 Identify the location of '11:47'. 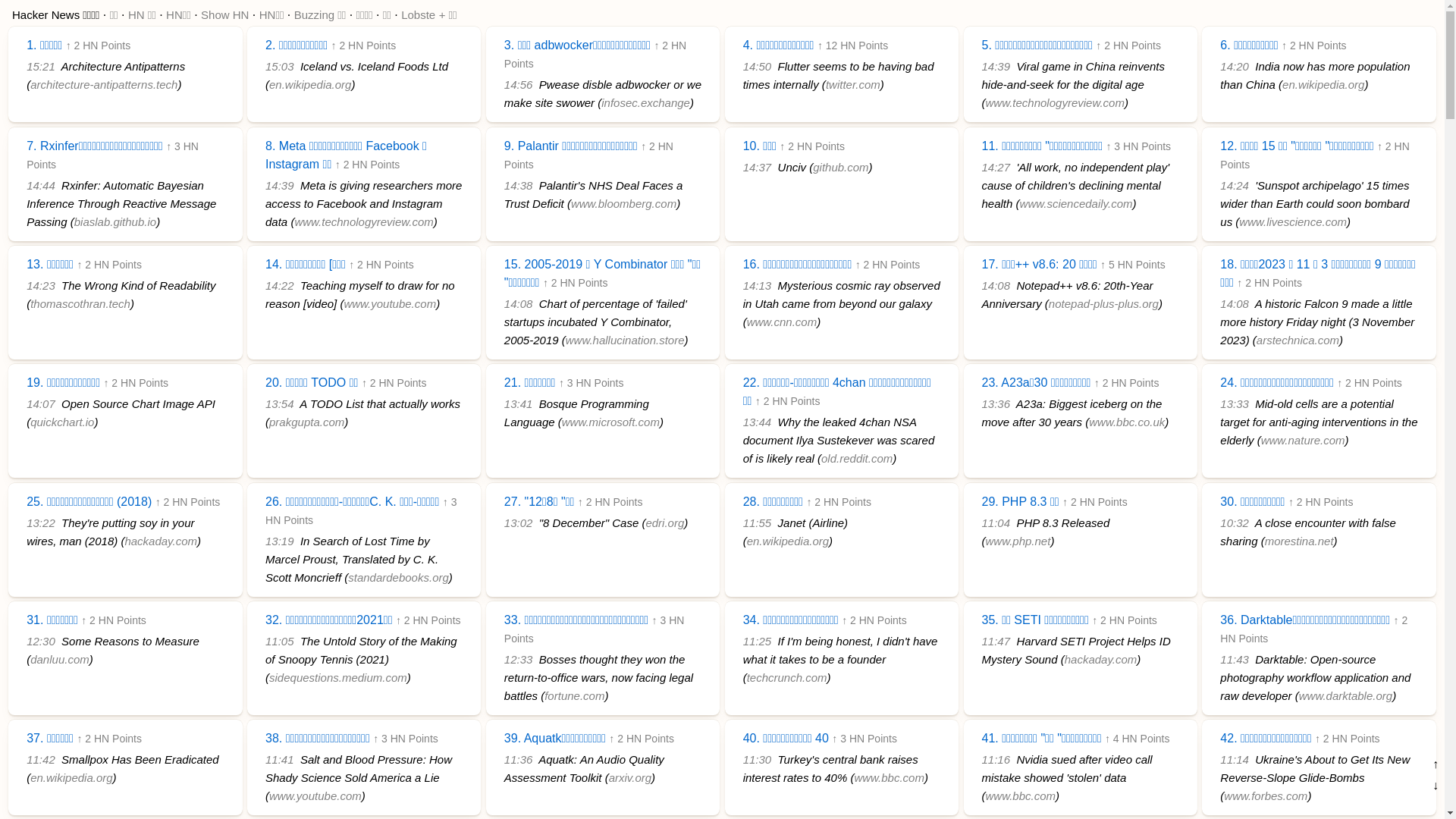
(981, 641).